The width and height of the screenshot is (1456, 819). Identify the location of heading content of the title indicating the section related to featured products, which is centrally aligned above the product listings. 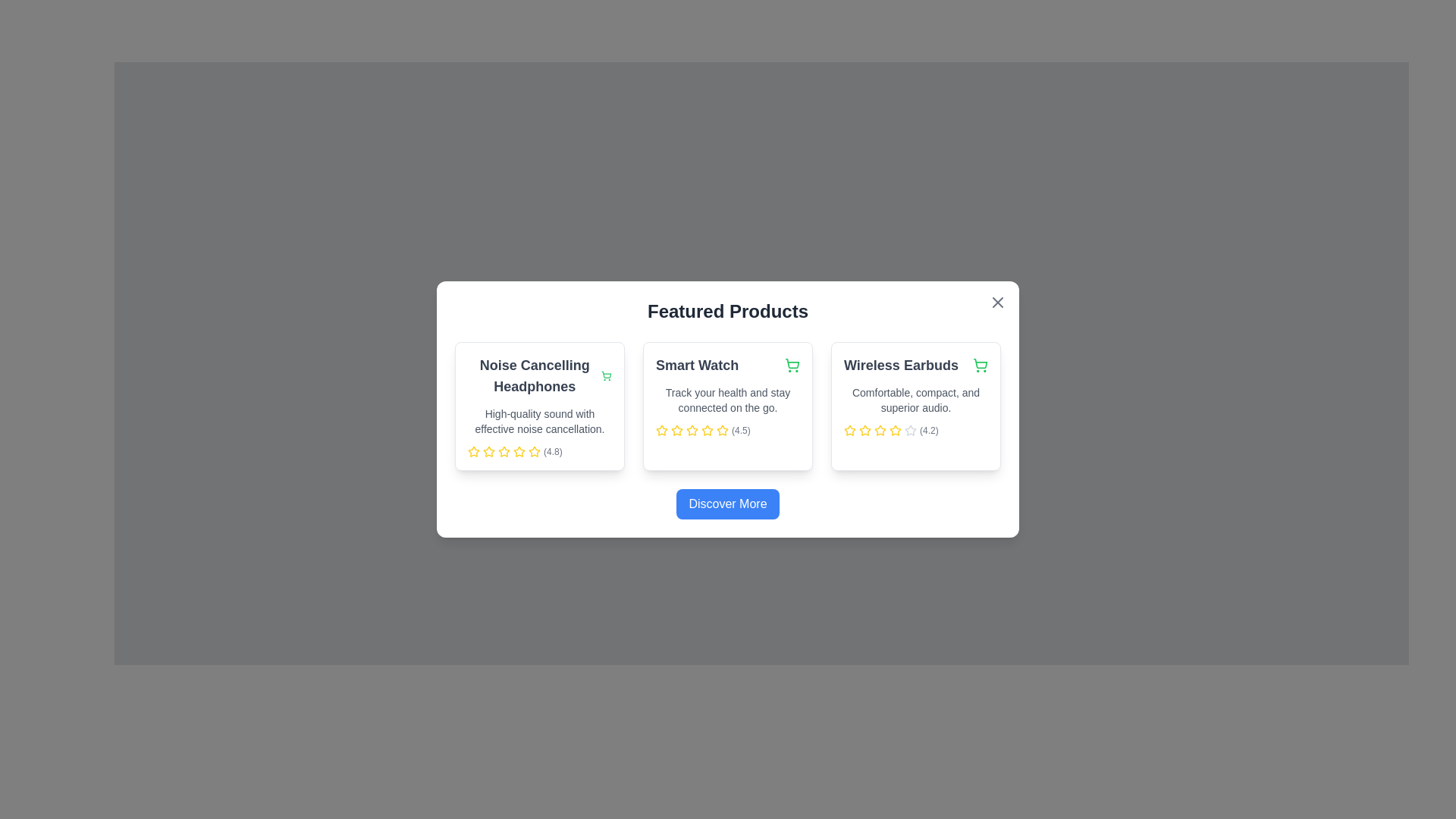
(728, 311).